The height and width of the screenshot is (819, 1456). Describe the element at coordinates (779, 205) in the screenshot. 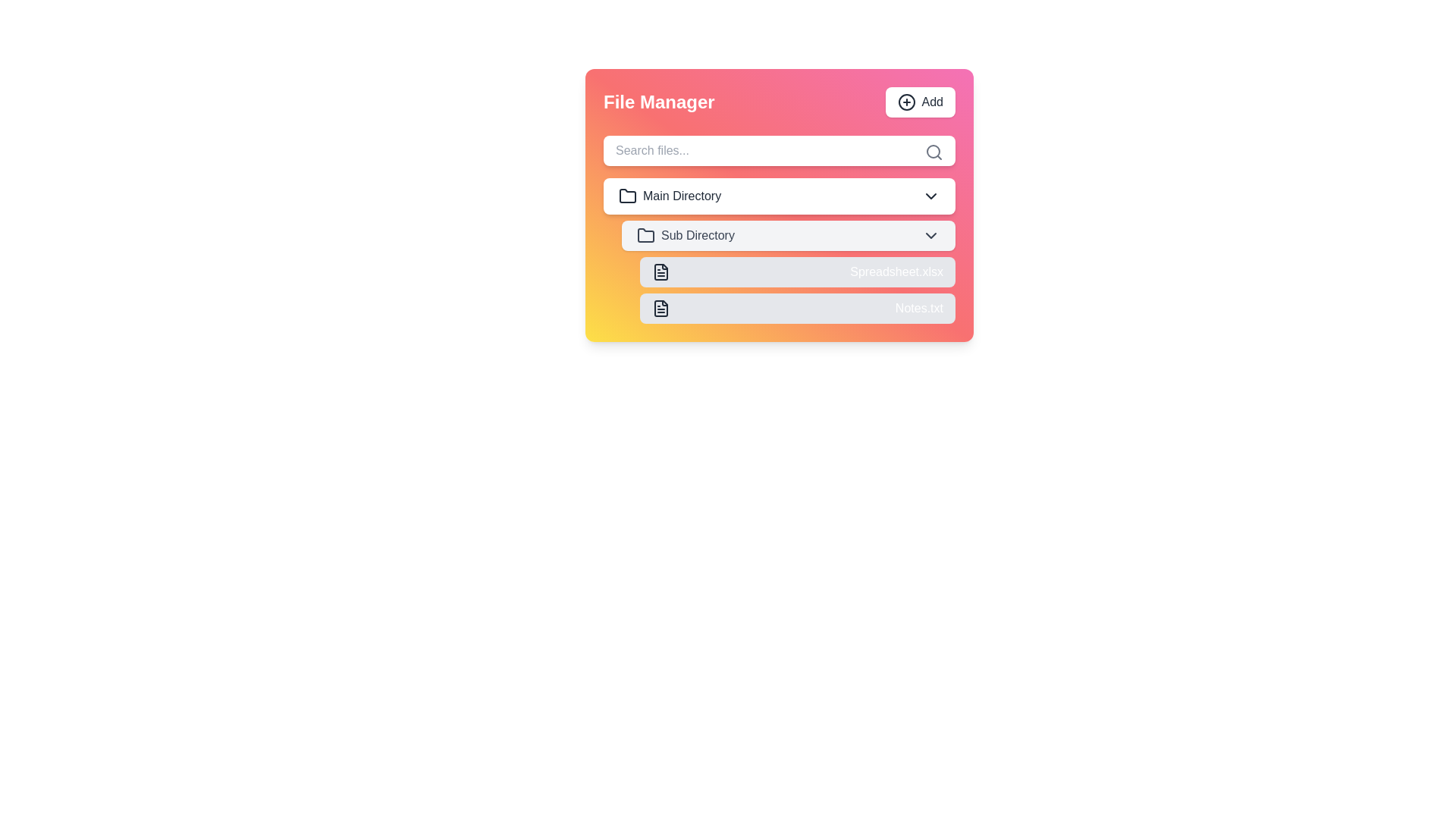

I see `any interactive elements within the file management card located centrally below the search bar and above the directory items` at that location.